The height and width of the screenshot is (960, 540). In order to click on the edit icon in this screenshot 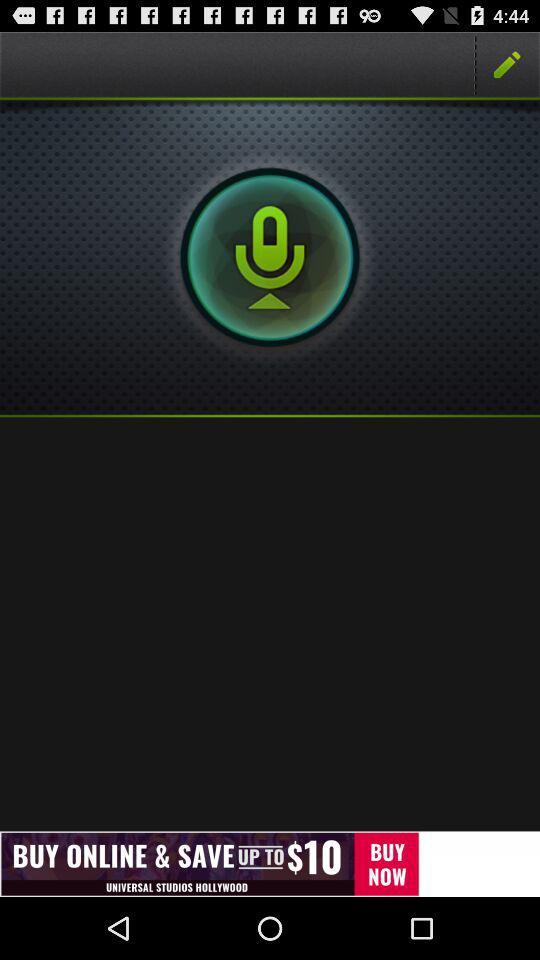, I will do `click(507, 68)`.